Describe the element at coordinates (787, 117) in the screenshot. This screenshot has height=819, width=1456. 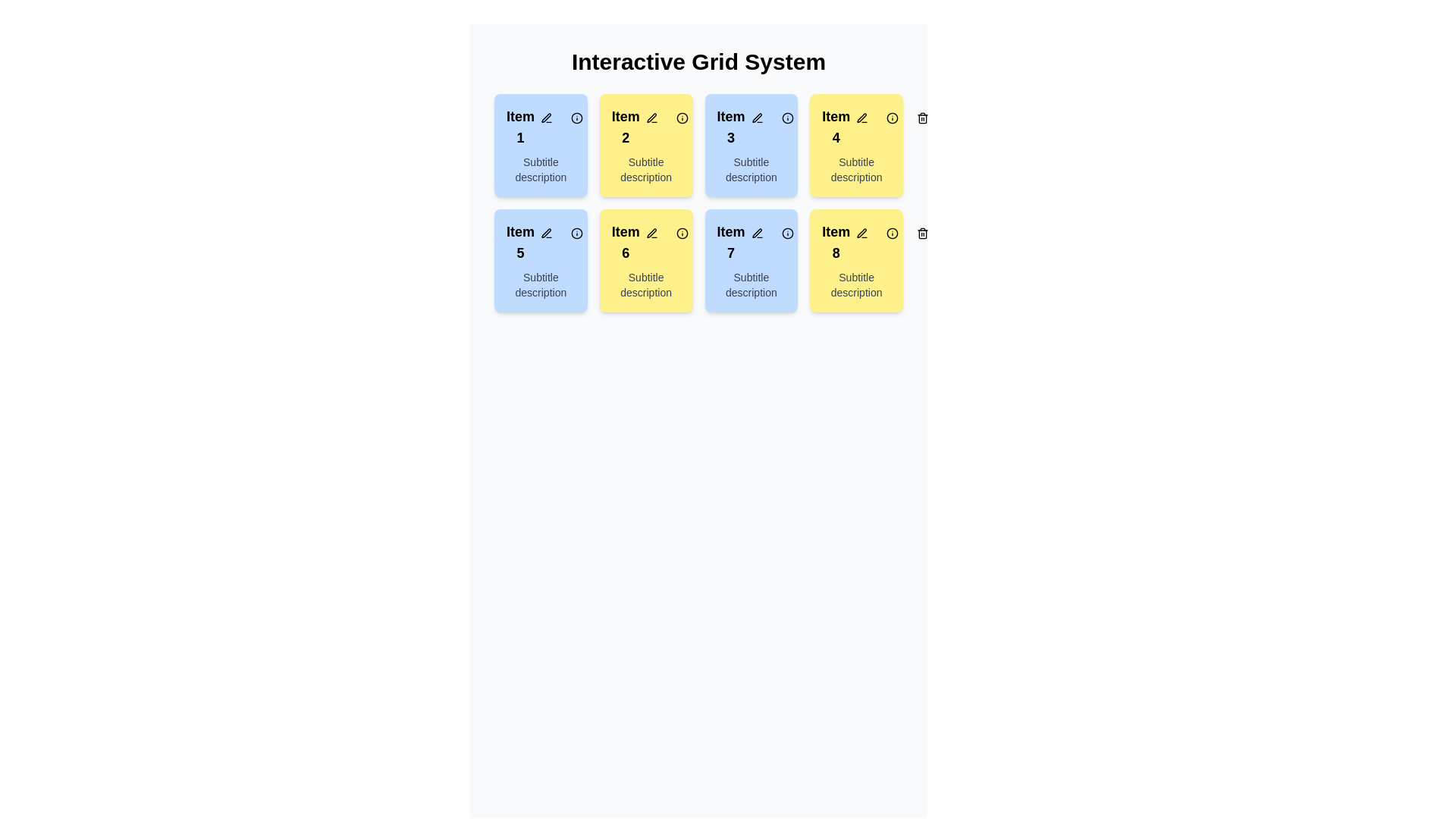
I see `the informational icon located in the top-right corner of the third card in the first row` at that location.